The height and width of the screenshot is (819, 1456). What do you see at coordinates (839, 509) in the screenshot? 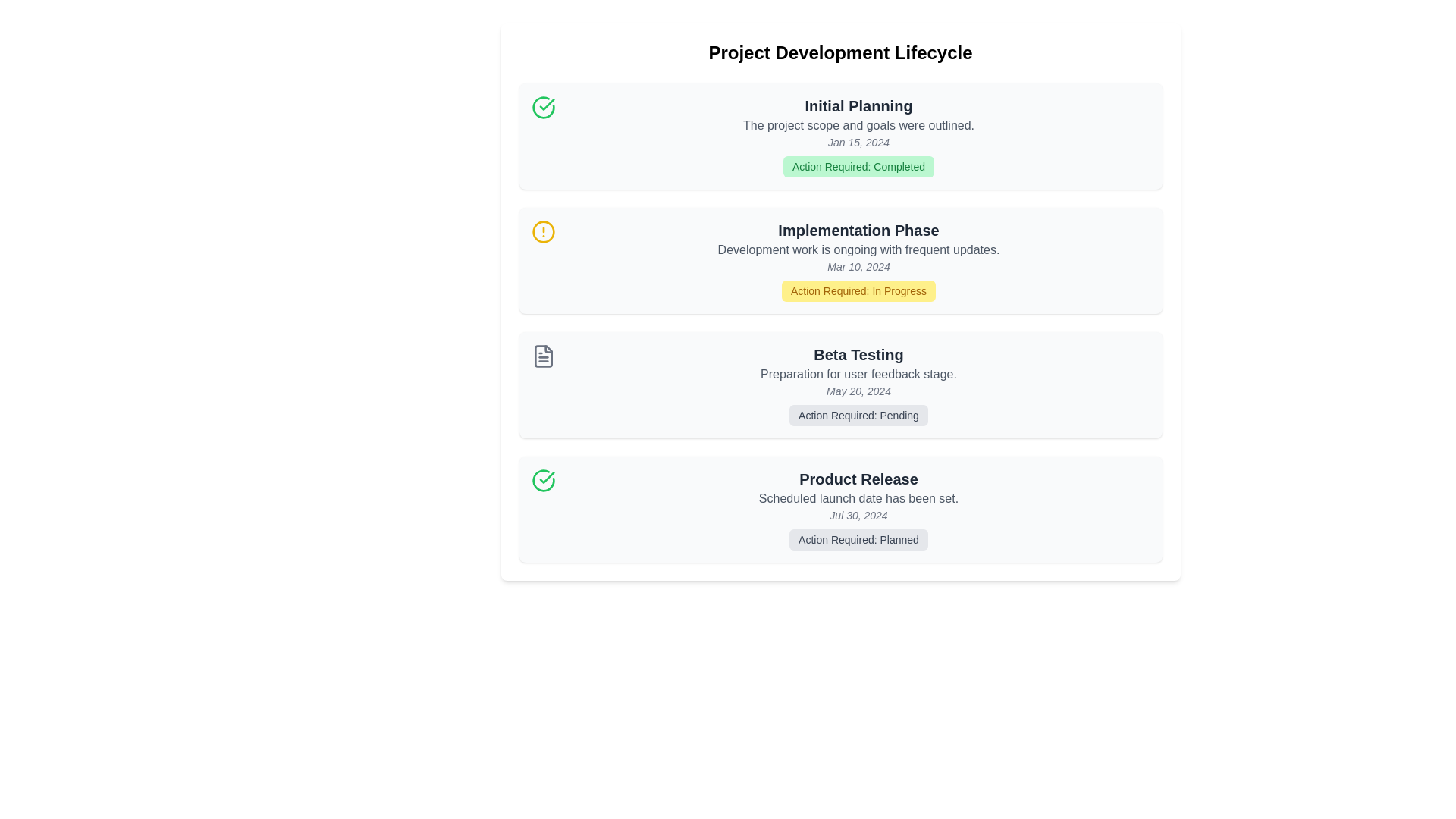
I see `the 'Product Release' informational display card for accessibility tools` at bounding box center [839, 509].